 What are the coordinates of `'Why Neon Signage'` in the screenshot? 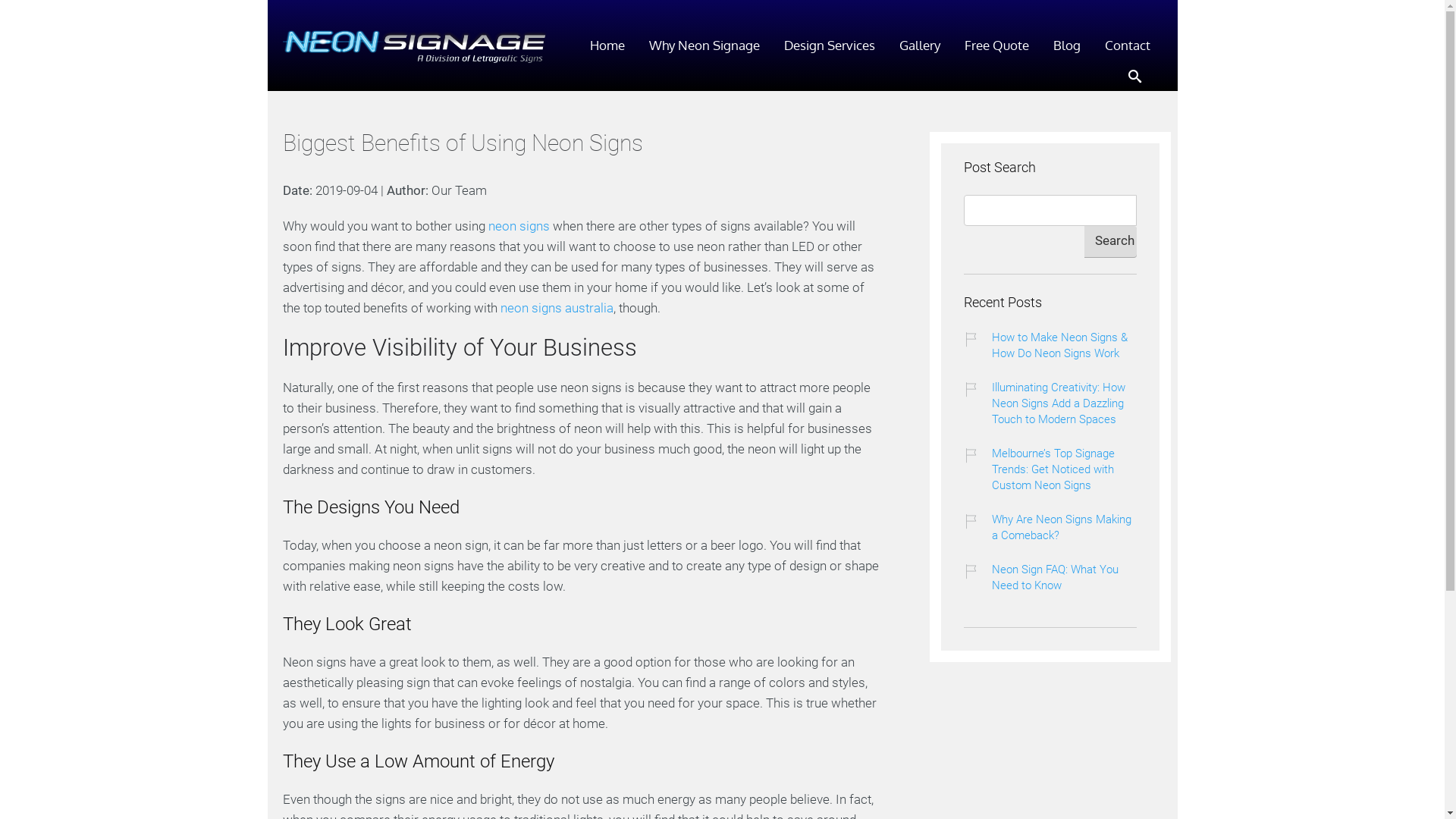 It's located at (704, 45).